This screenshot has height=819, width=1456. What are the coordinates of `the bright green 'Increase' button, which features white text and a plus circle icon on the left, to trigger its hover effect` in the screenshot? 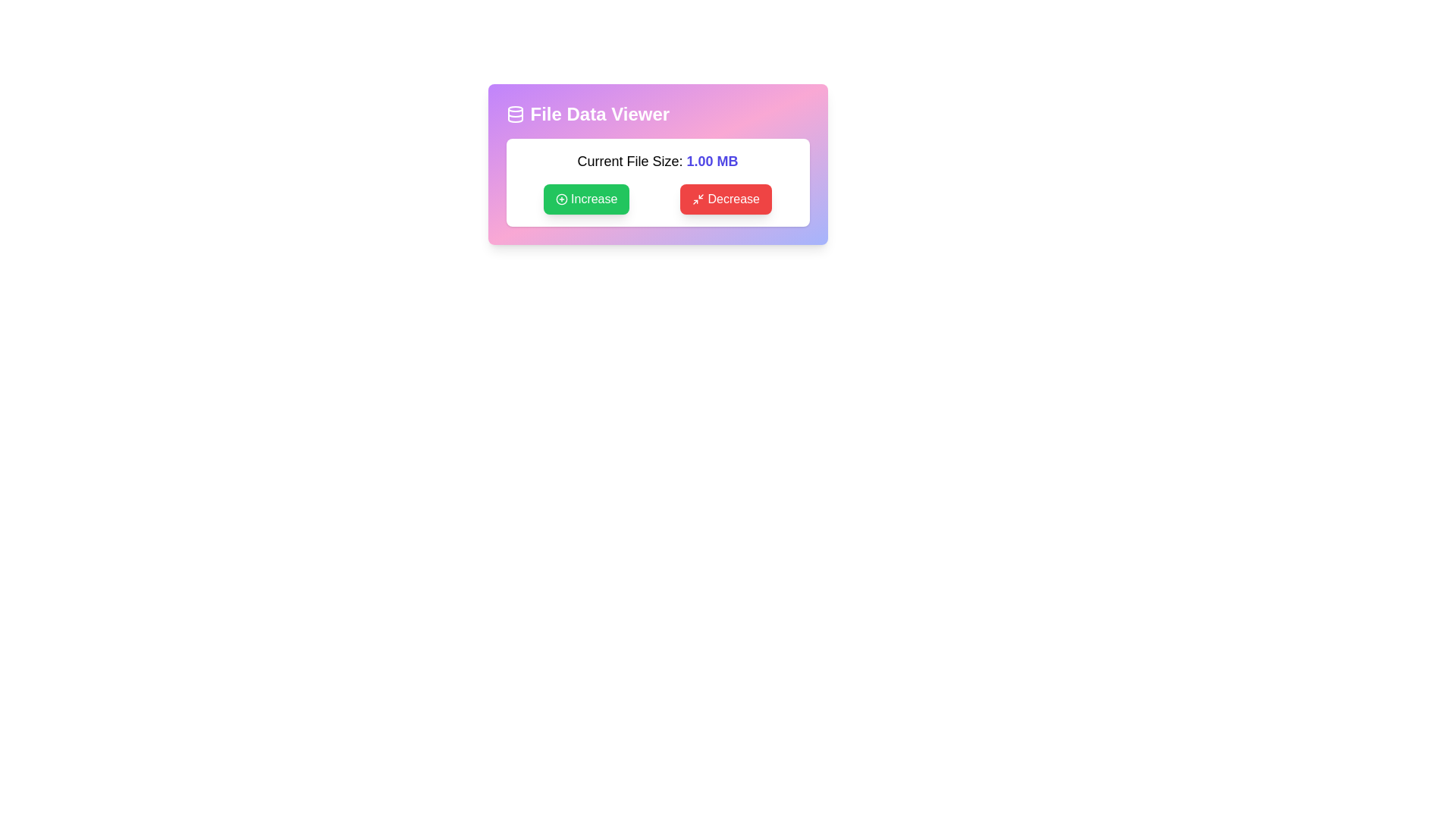 It's located at (585, 198).